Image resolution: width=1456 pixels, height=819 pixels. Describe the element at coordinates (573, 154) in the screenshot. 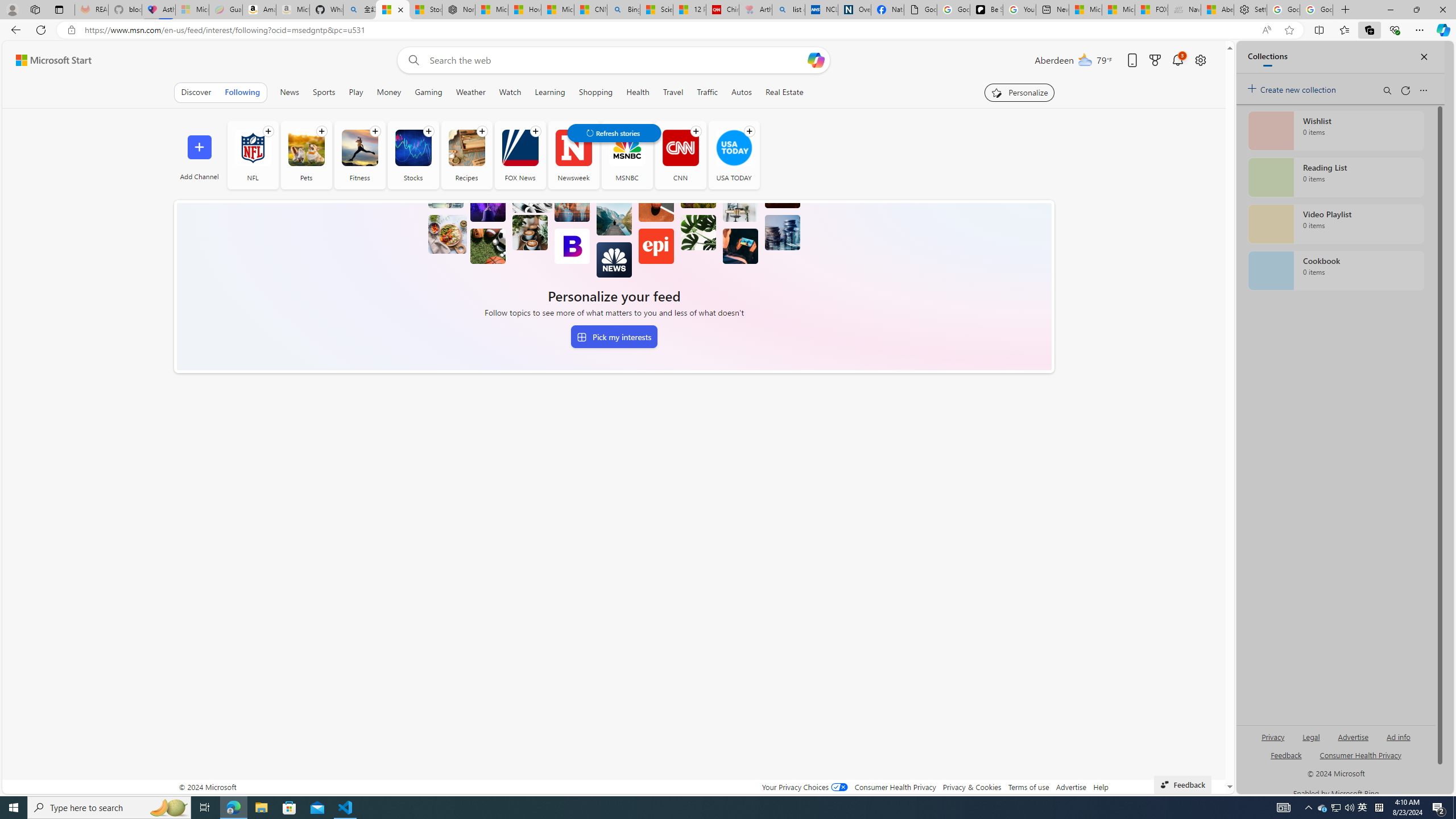

I see `'Newsweek'` at that location.